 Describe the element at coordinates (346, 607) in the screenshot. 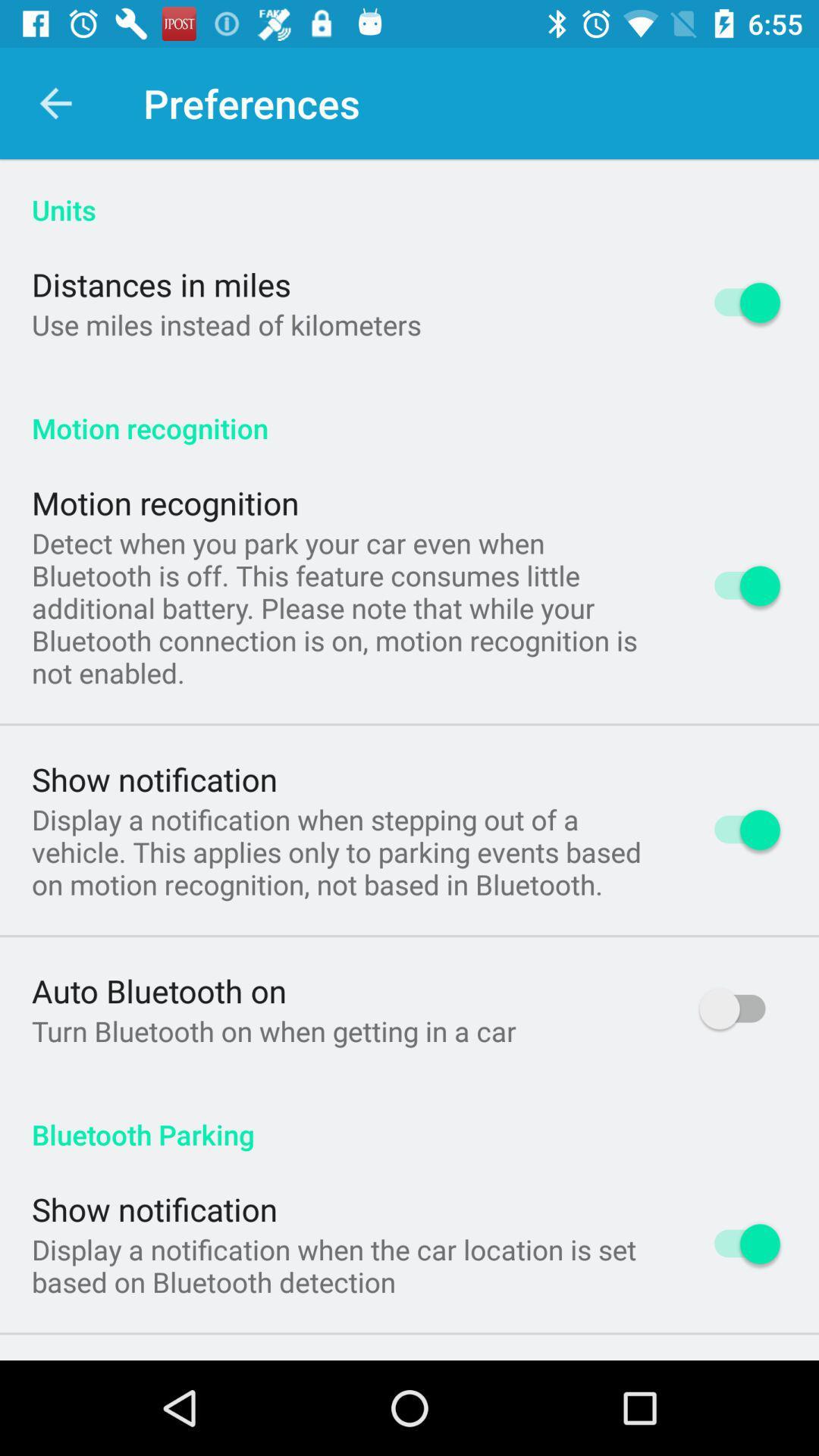

I see `detect when you app` at that location.